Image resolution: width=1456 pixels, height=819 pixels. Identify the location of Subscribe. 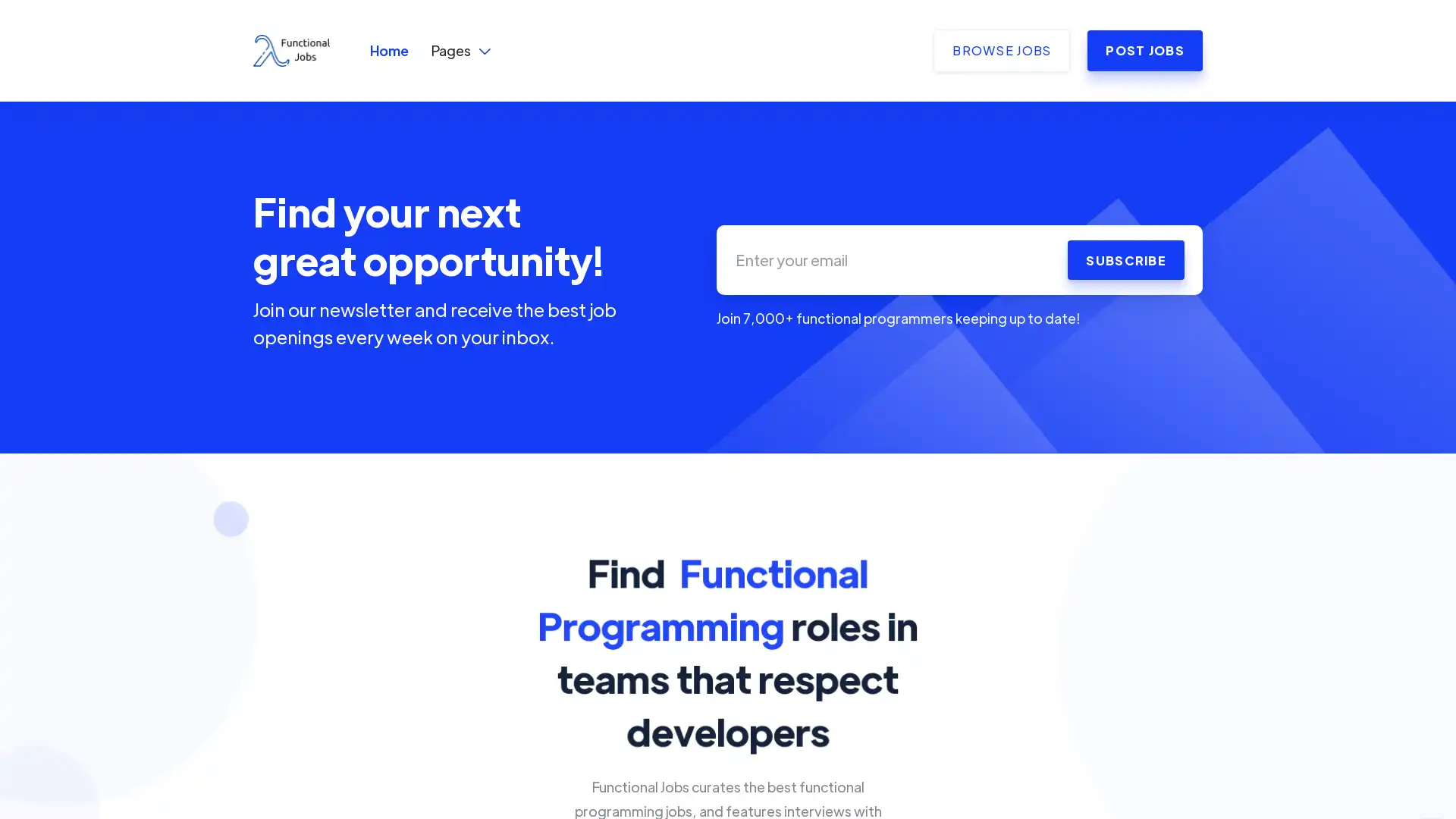
(1125, 259).